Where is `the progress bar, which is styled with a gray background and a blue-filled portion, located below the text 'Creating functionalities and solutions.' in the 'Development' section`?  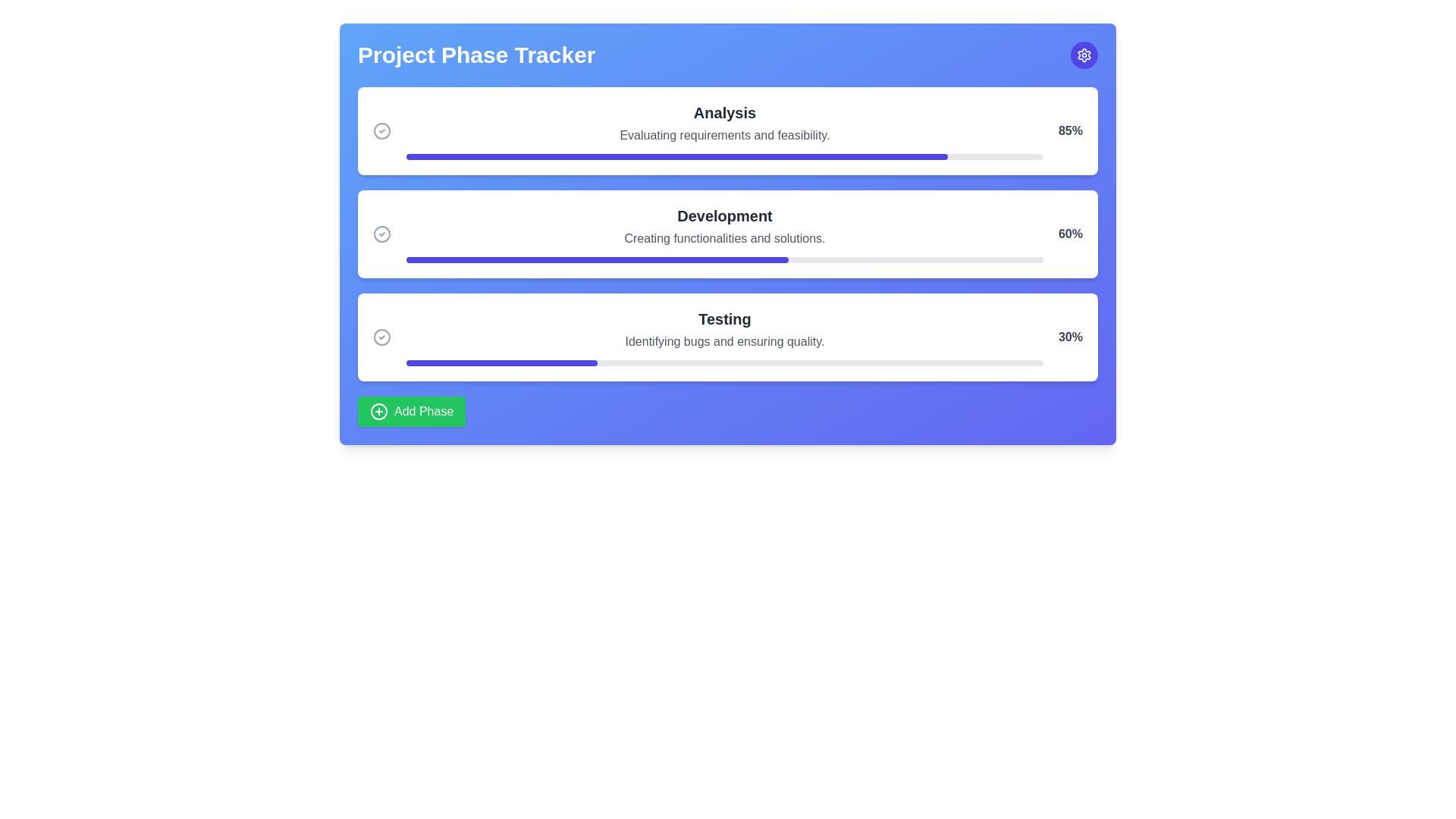
the progress bar, which is styled with a gray background and a blue-filled portion, located below the text 'Creating functionalities and solutions.' in the 'Development' section is located at coordinates (723, 259).